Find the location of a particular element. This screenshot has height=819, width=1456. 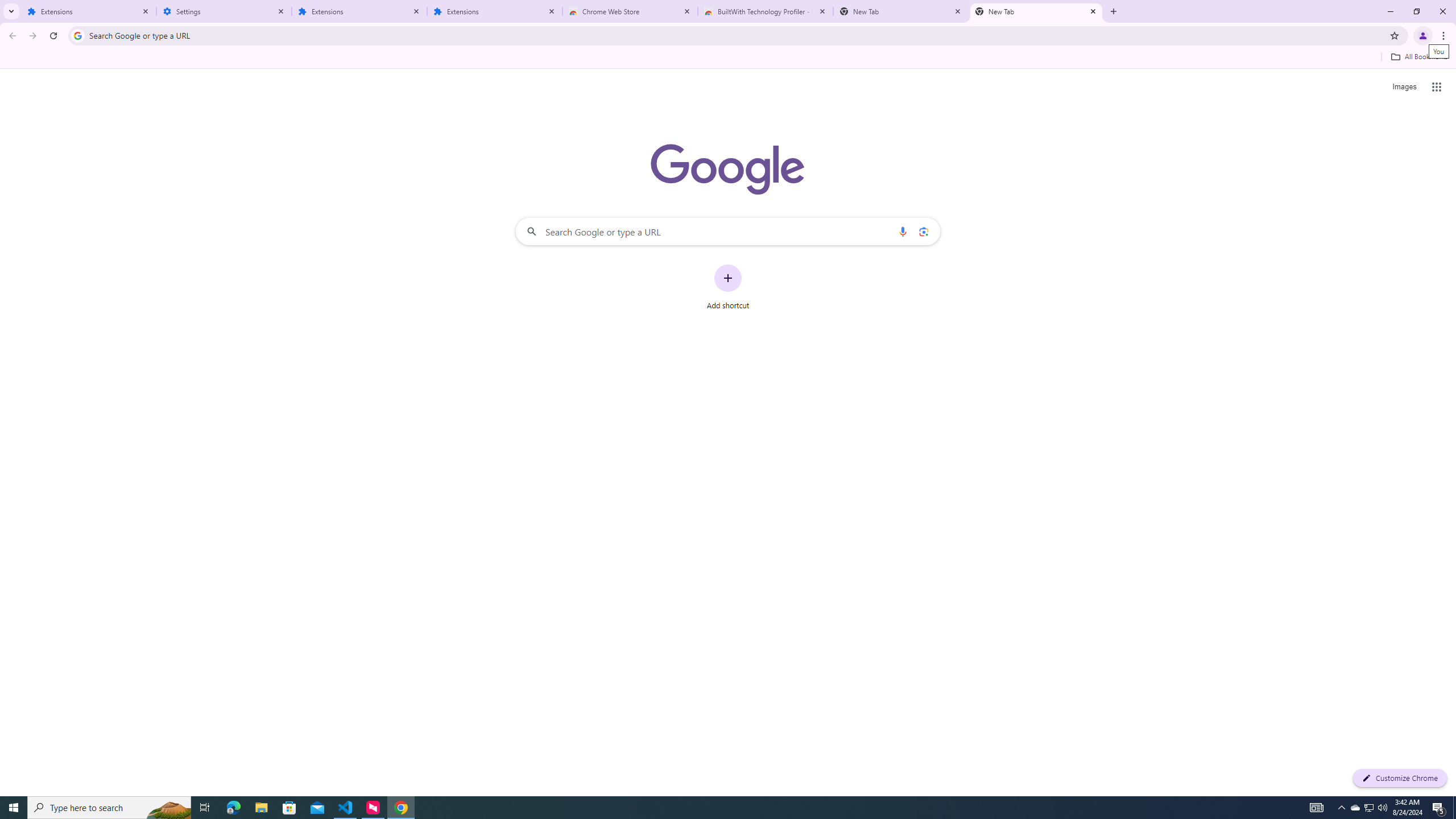

'Google apps' is located at coordinates (1437, 86).